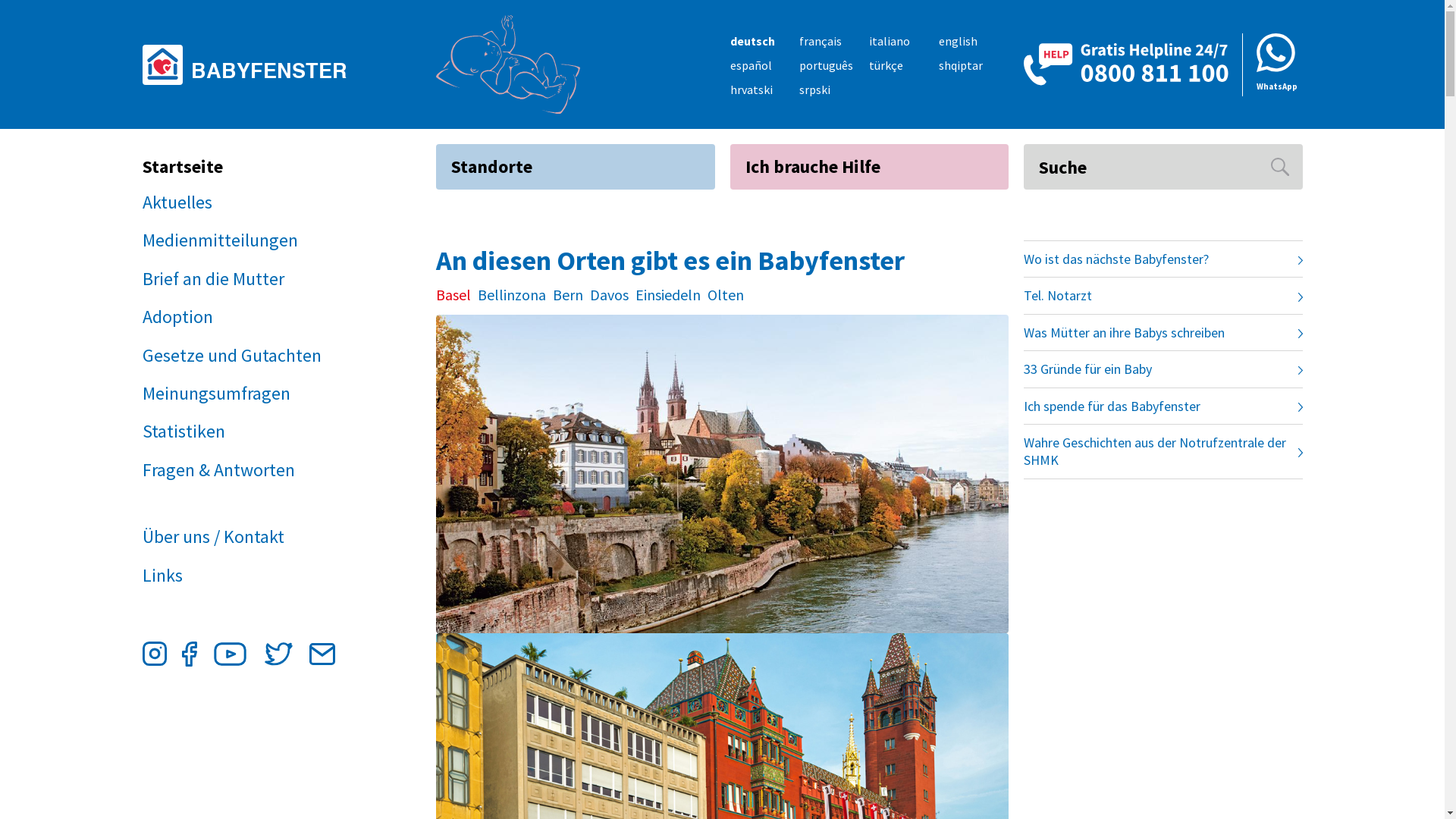  Describe the element at coordinates (814, 89) in the screenshot. I see `'srpski'` at that location.